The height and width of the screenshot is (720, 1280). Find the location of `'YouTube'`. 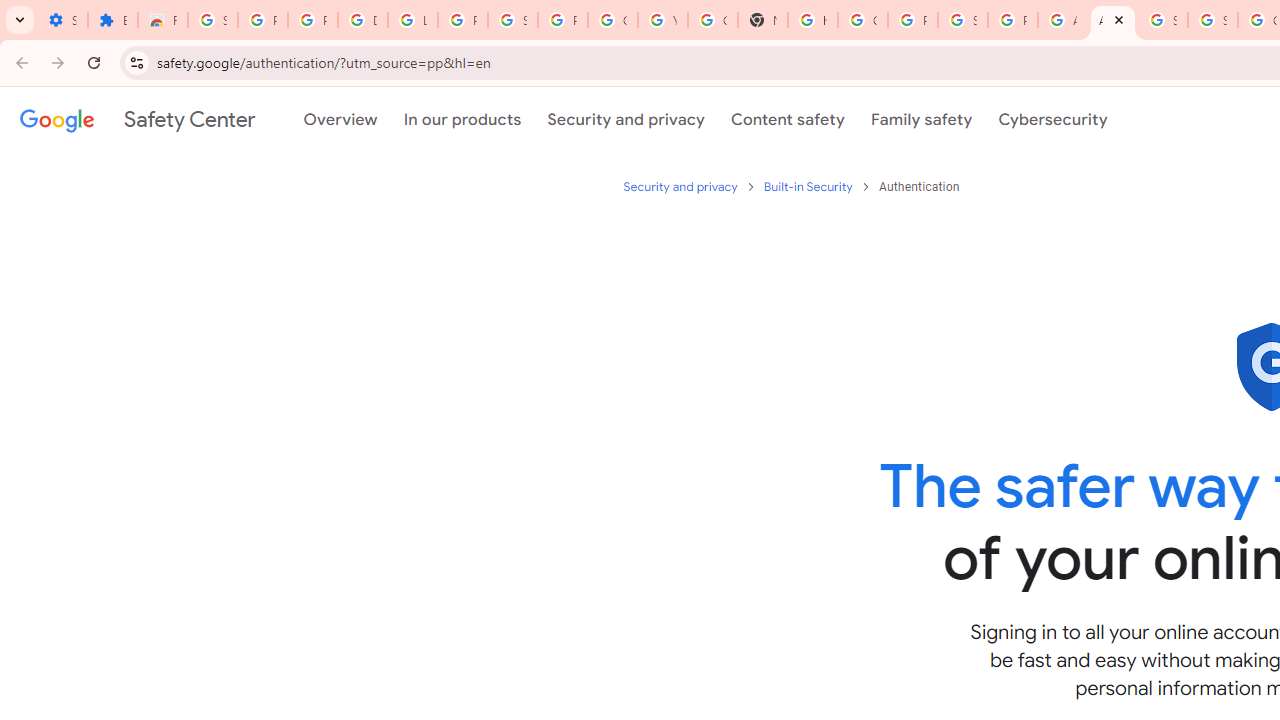

'YouTube' is located at coordinates (663, 20).